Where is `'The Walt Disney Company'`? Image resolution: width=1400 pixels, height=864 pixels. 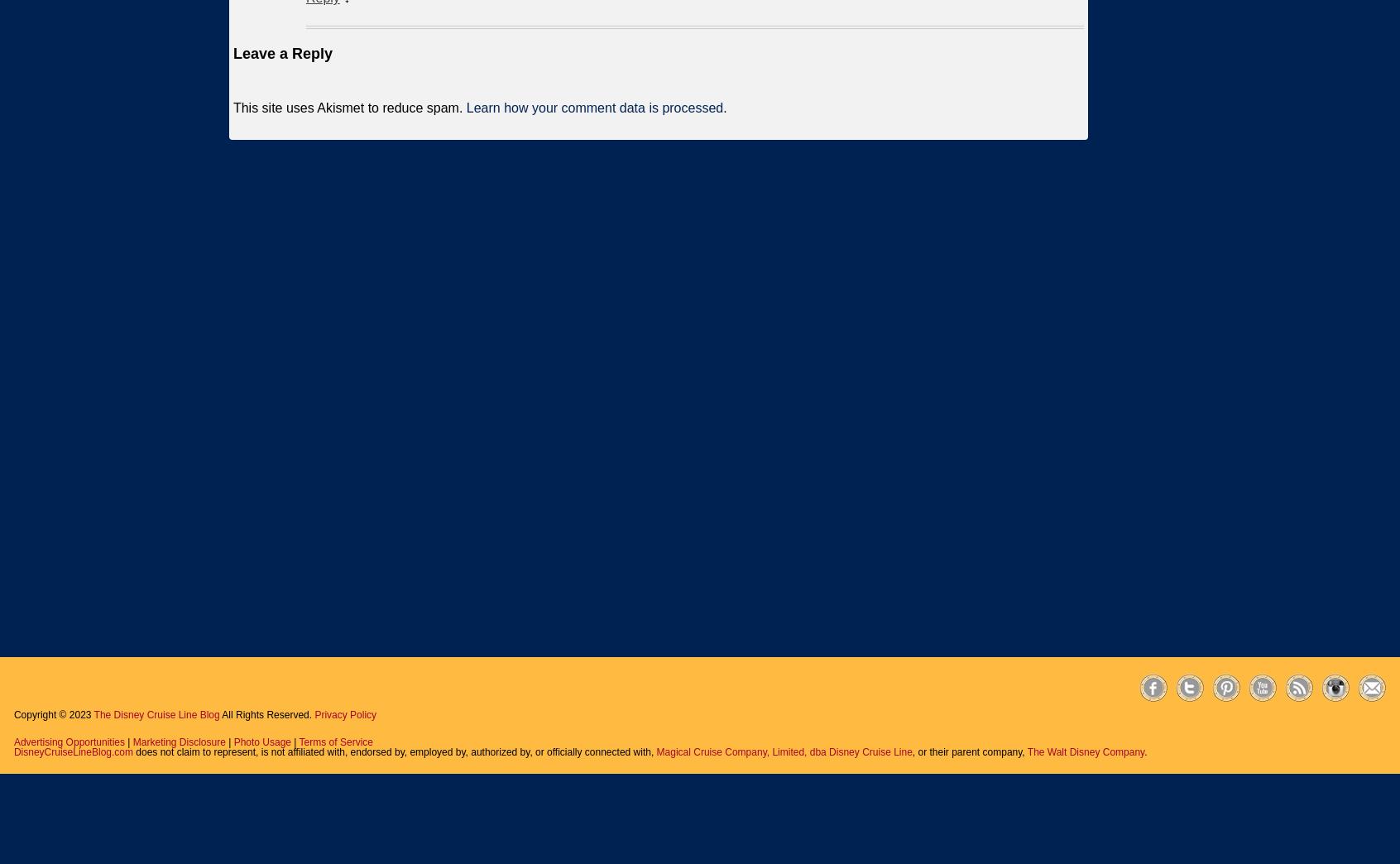
'The Walt Disney Company' is located at coordinates (1084, 752).